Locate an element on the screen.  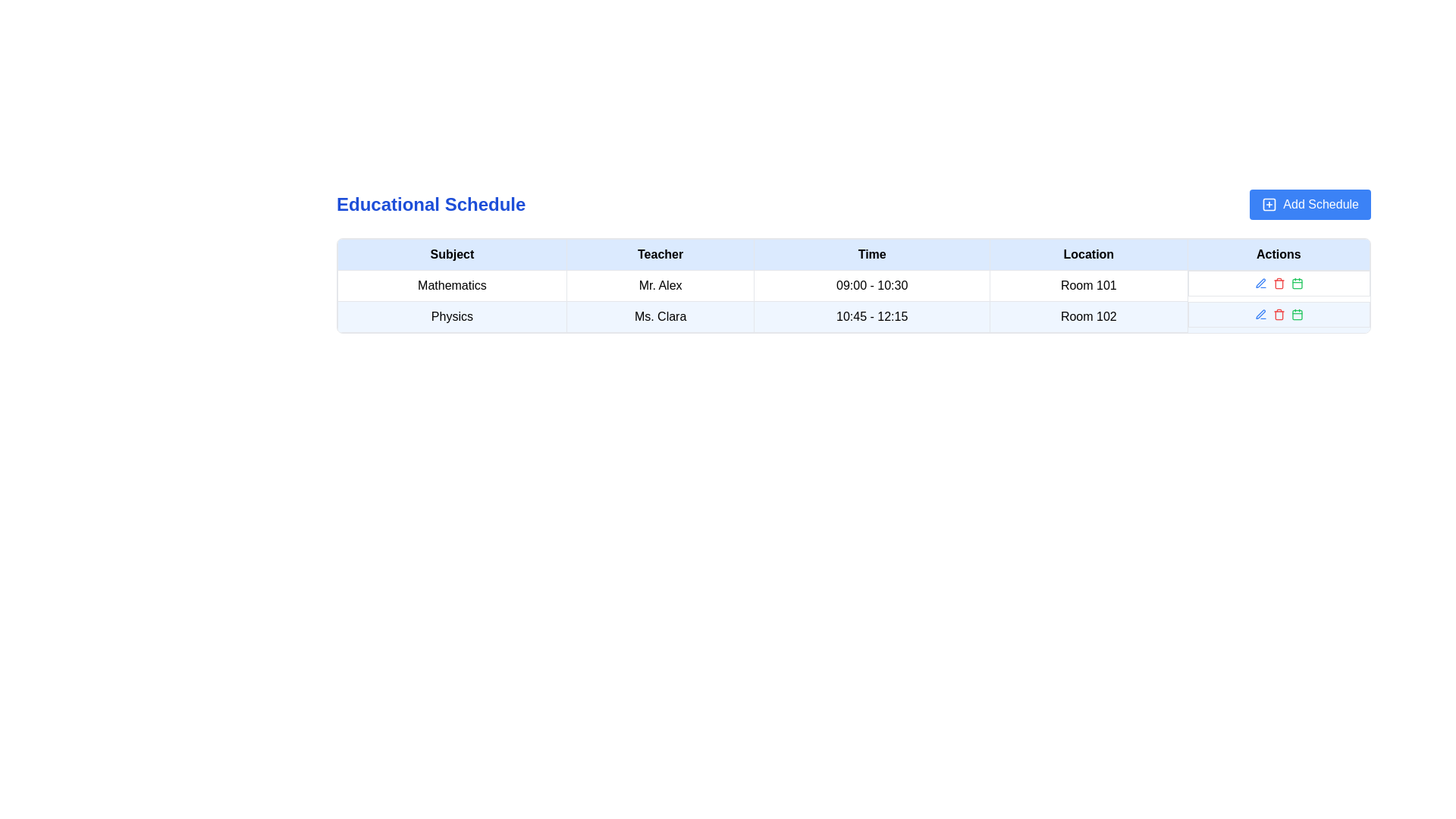
the non-interactive text label displaying the scheduled time for the 'Mathematics' subject taught by 'Mr. Alex', located in the third column of the first data row in the table is located at coordinates (872, 286).